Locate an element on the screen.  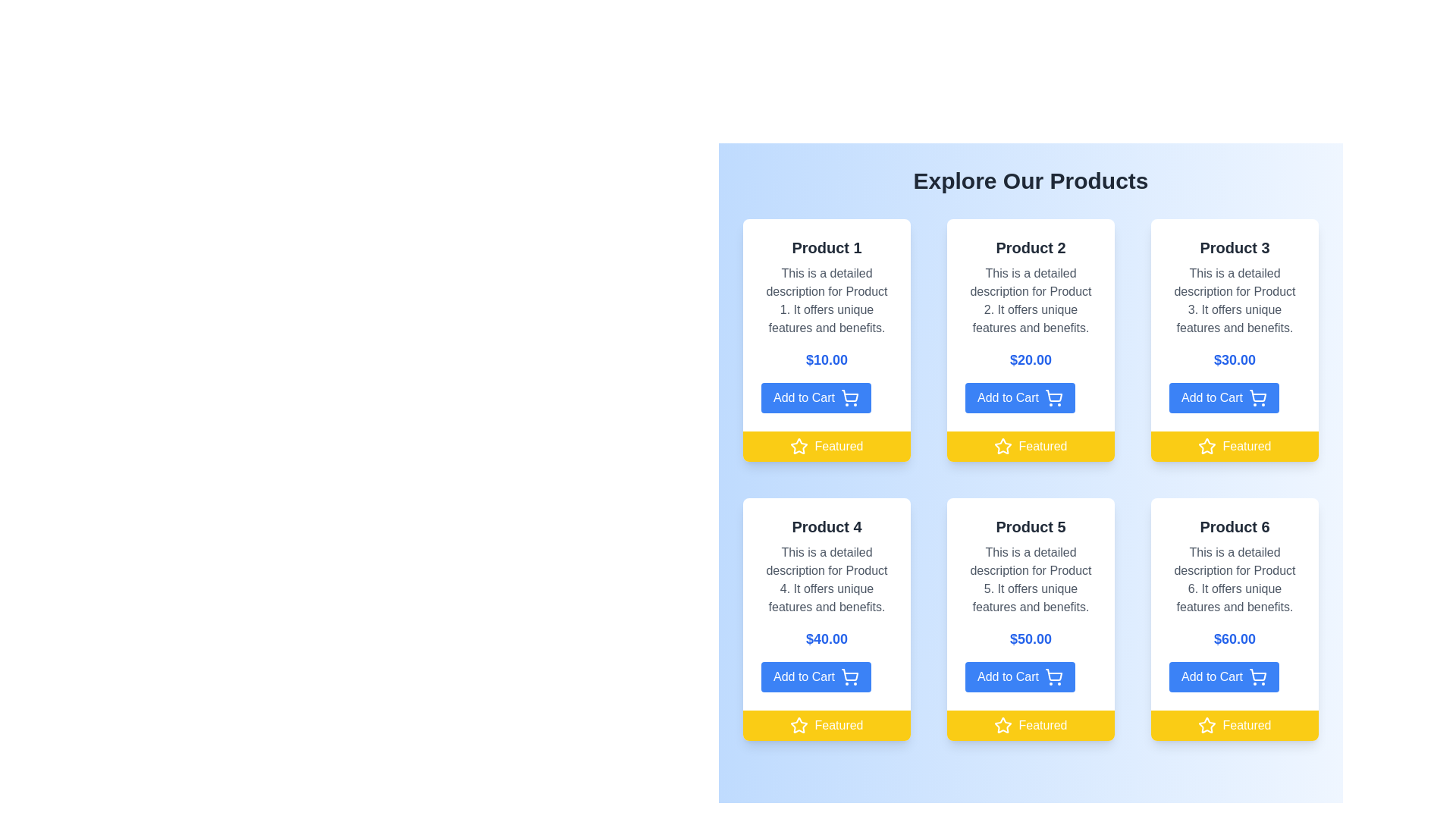
star-shaped icon with a yellow fill and white border located in the 'Featured' bar beneath the 'Product 5' card is located at coordinates (1003, 724).